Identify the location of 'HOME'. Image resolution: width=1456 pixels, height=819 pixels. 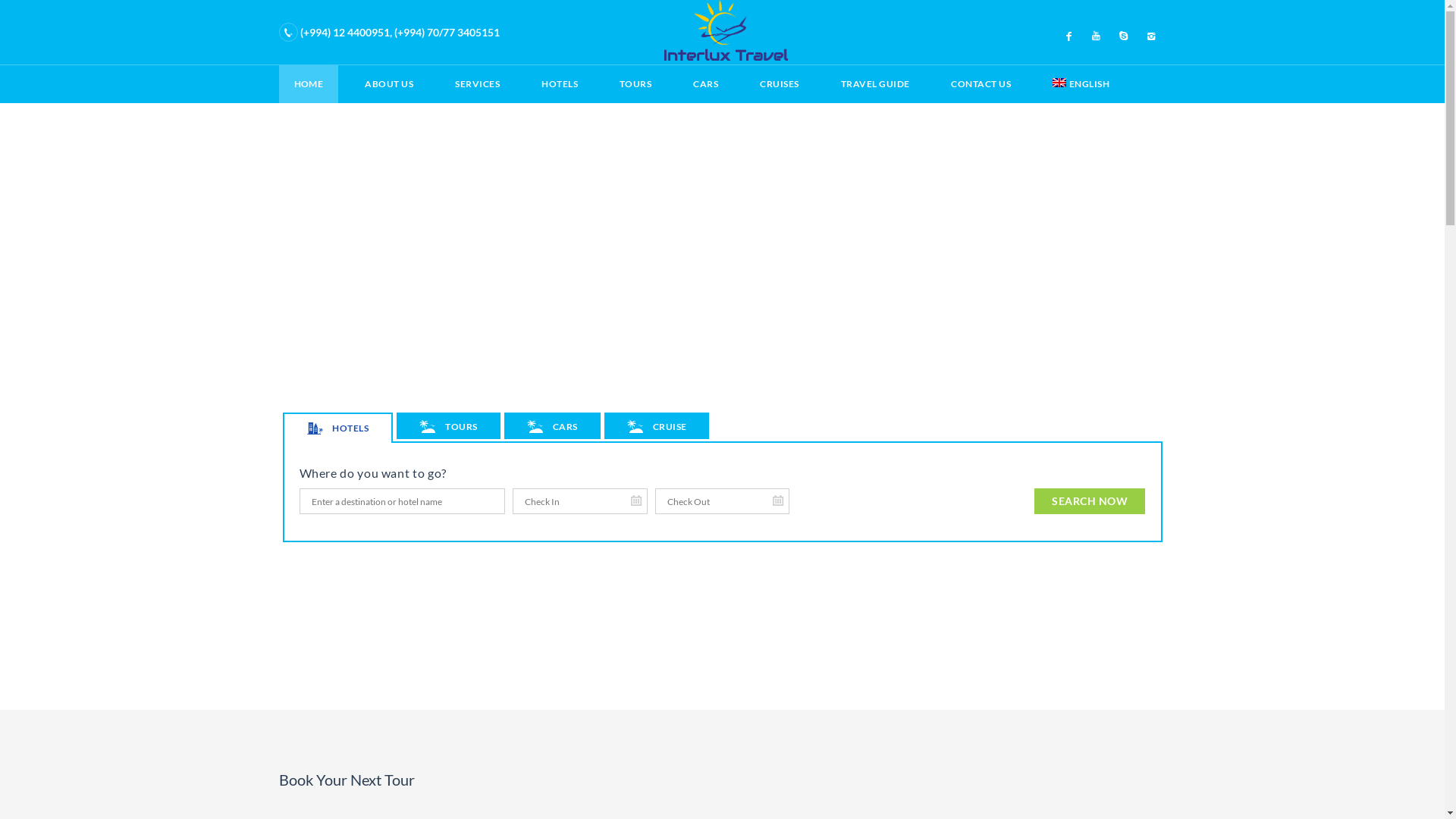
(279, 84).